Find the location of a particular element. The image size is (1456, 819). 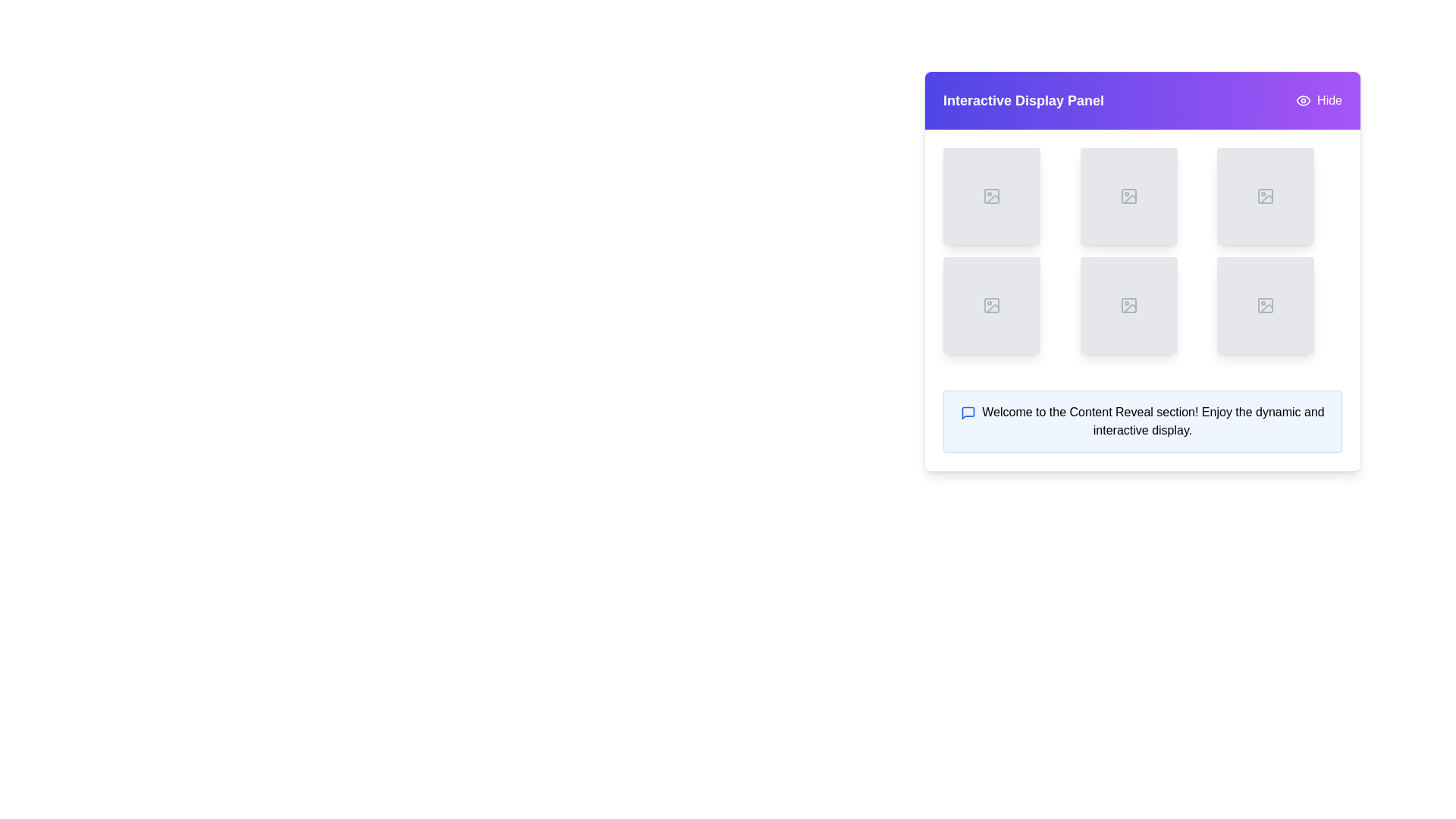

the primary outline component of the eye icon located in the top-right corner of the interactive display panel, adjacent to the 'Hide' label is located at coordinates (1303, 100).